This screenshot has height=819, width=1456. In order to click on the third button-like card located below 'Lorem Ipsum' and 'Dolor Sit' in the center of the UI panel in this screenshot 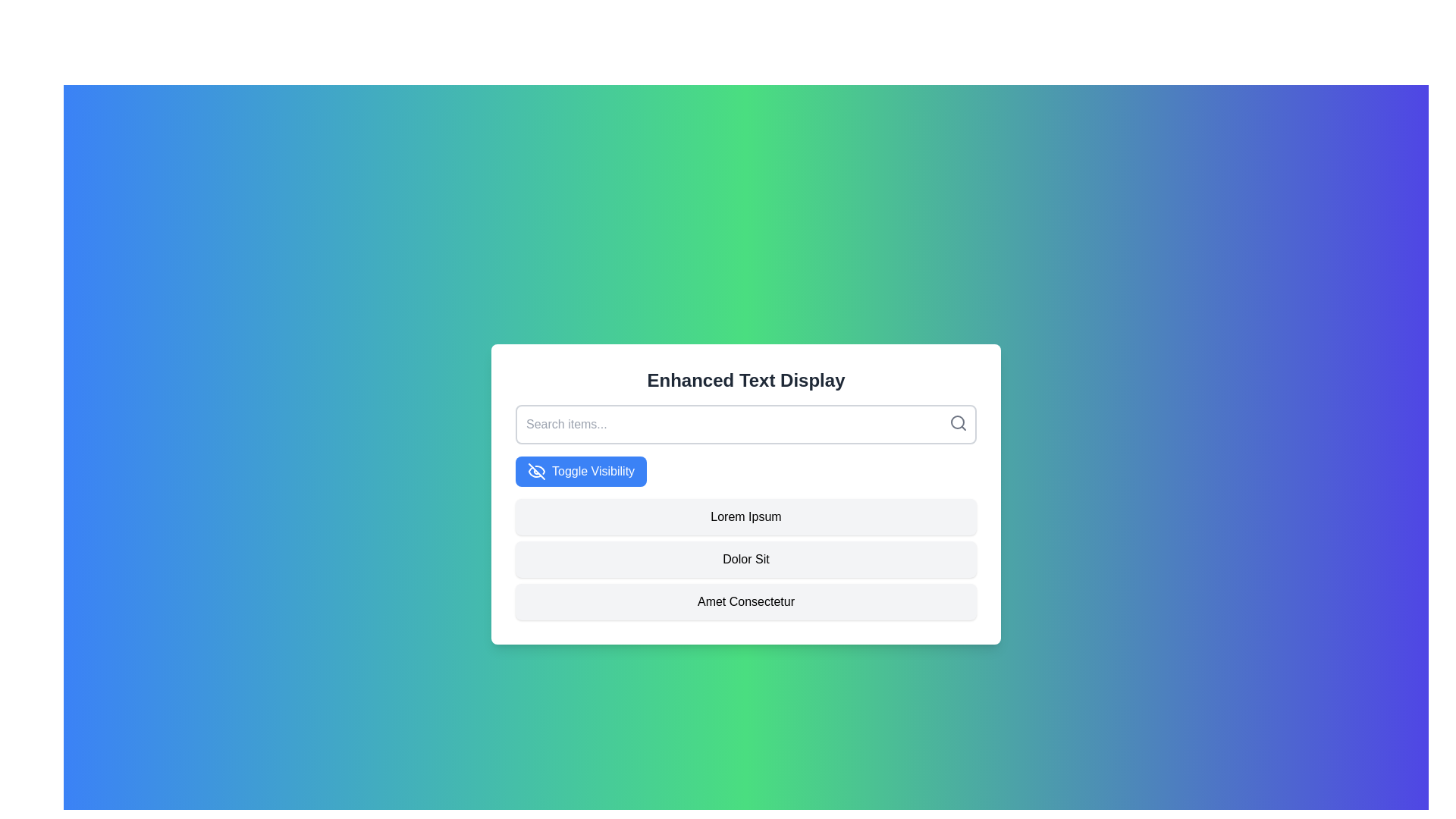, I will do `click(745, 601)`.